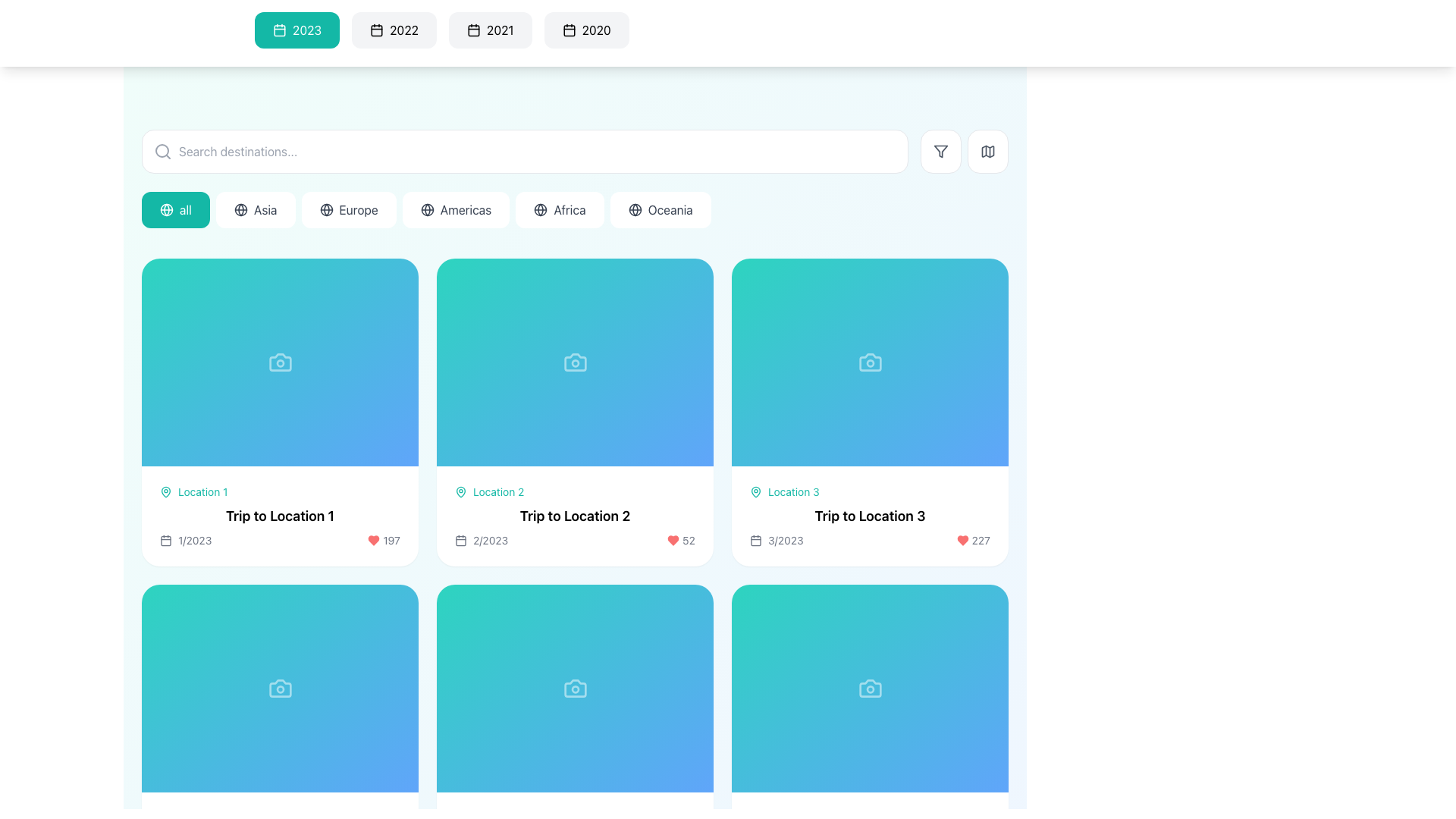  I want to click on the decorative 'likes' icon located in the lower-right corner of the card for 'Trip to Location 1', which is beside the numerical count '197', so click(374, 539).